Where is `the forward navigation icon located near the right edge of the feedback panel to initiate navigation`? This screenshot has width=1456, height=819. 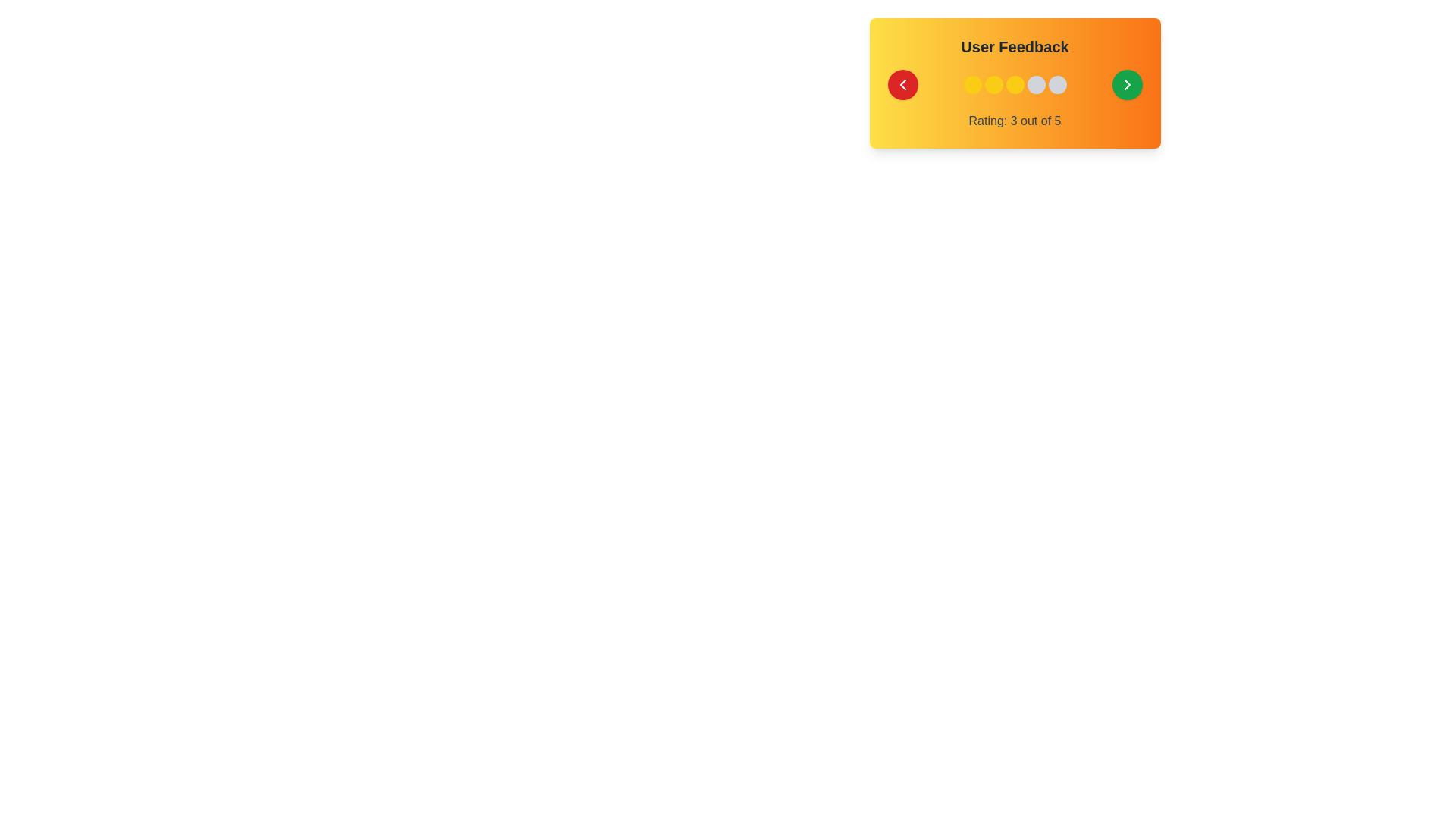 the forward navigation icon located near the right edge of the feedback panel to initiate navigation is located at coordinates (1127, 84).